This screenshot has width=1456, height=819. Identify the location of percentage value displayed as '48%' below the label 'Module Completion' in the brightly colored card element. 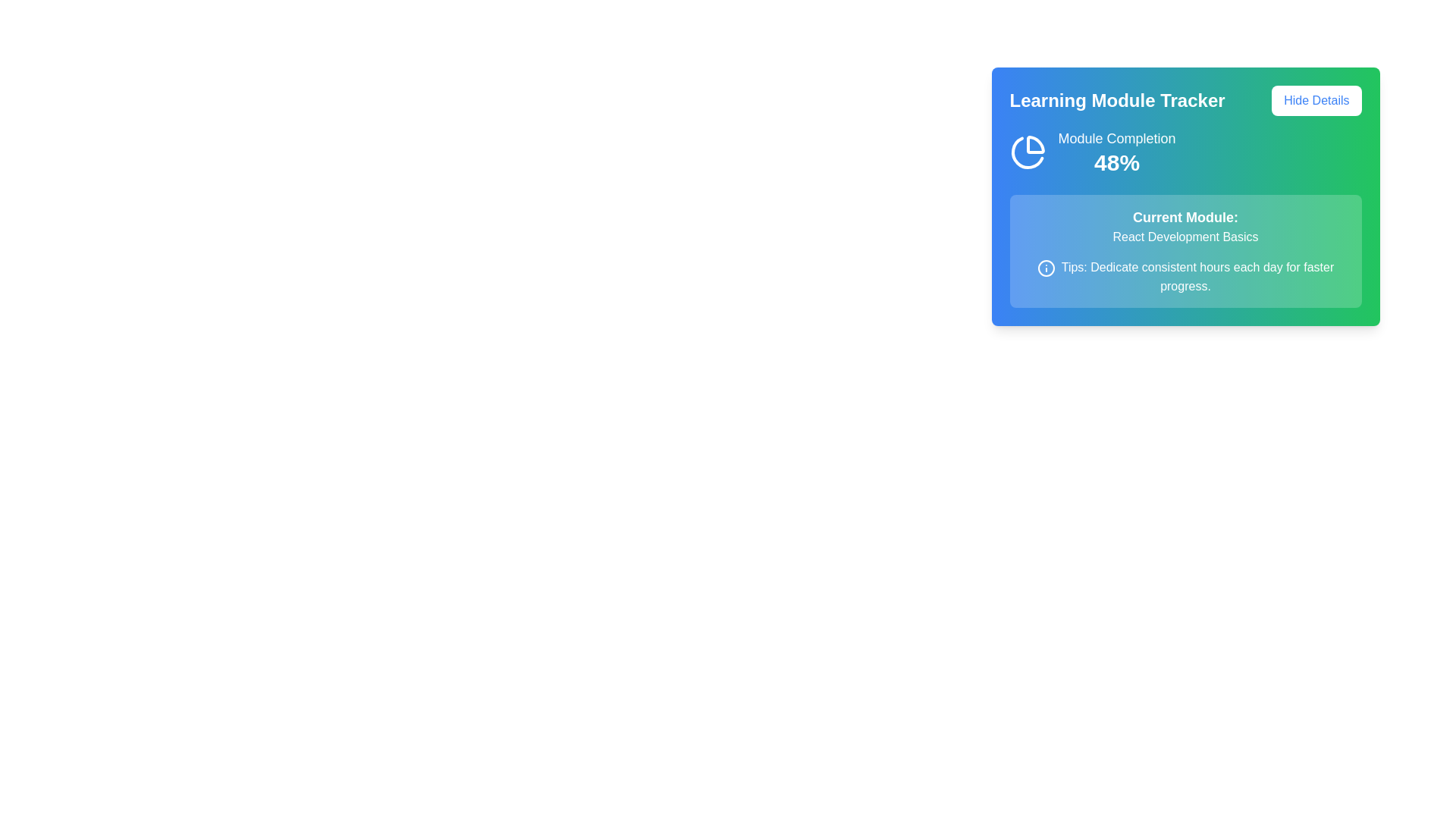
(1117, 163).